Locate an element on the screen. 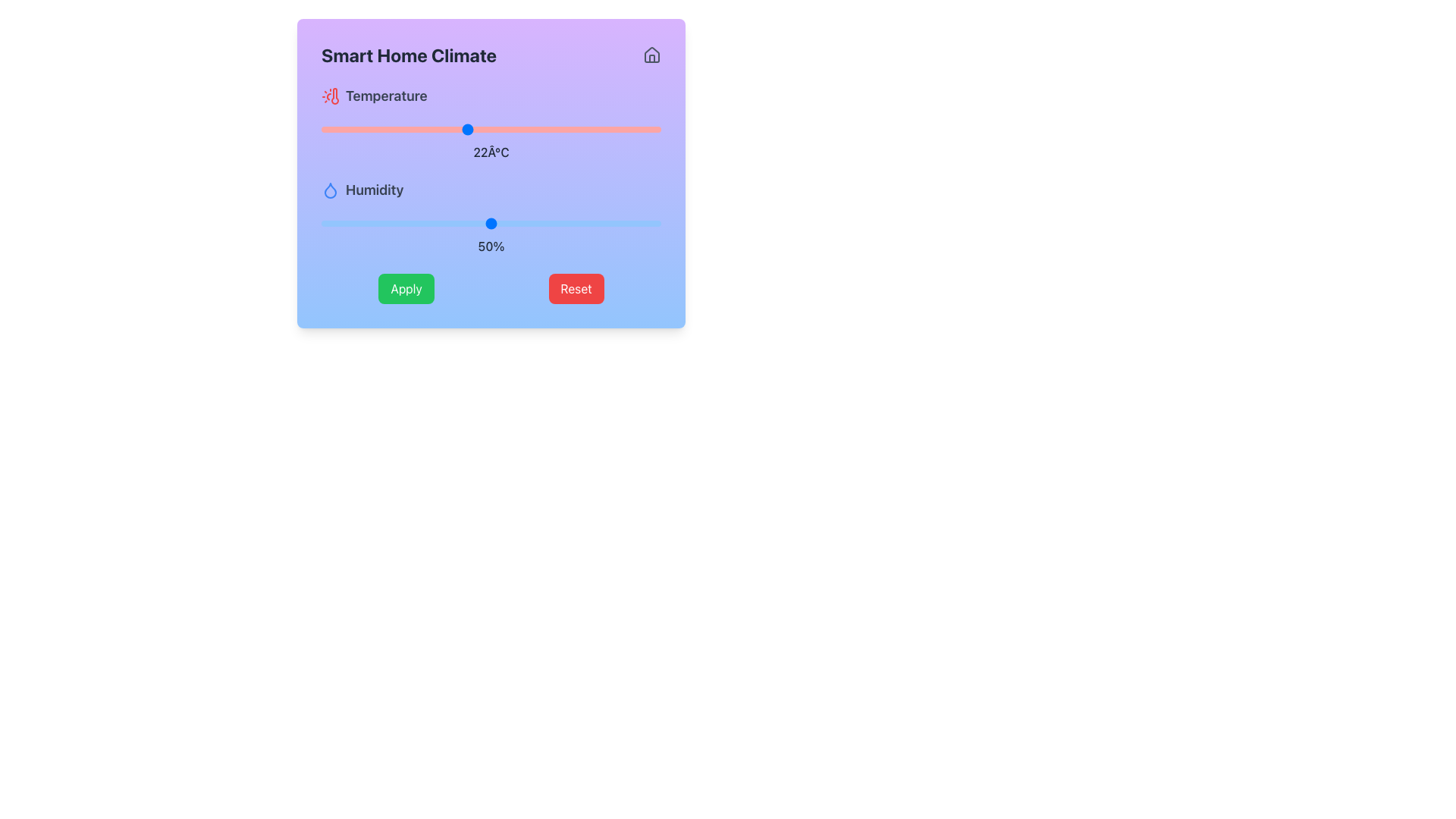 The height and width of the screenshot is (819, 1456). the Interactive Slider with Display Text to change the humidity level from its current setting of 50% is located at coordinates (491, 217).